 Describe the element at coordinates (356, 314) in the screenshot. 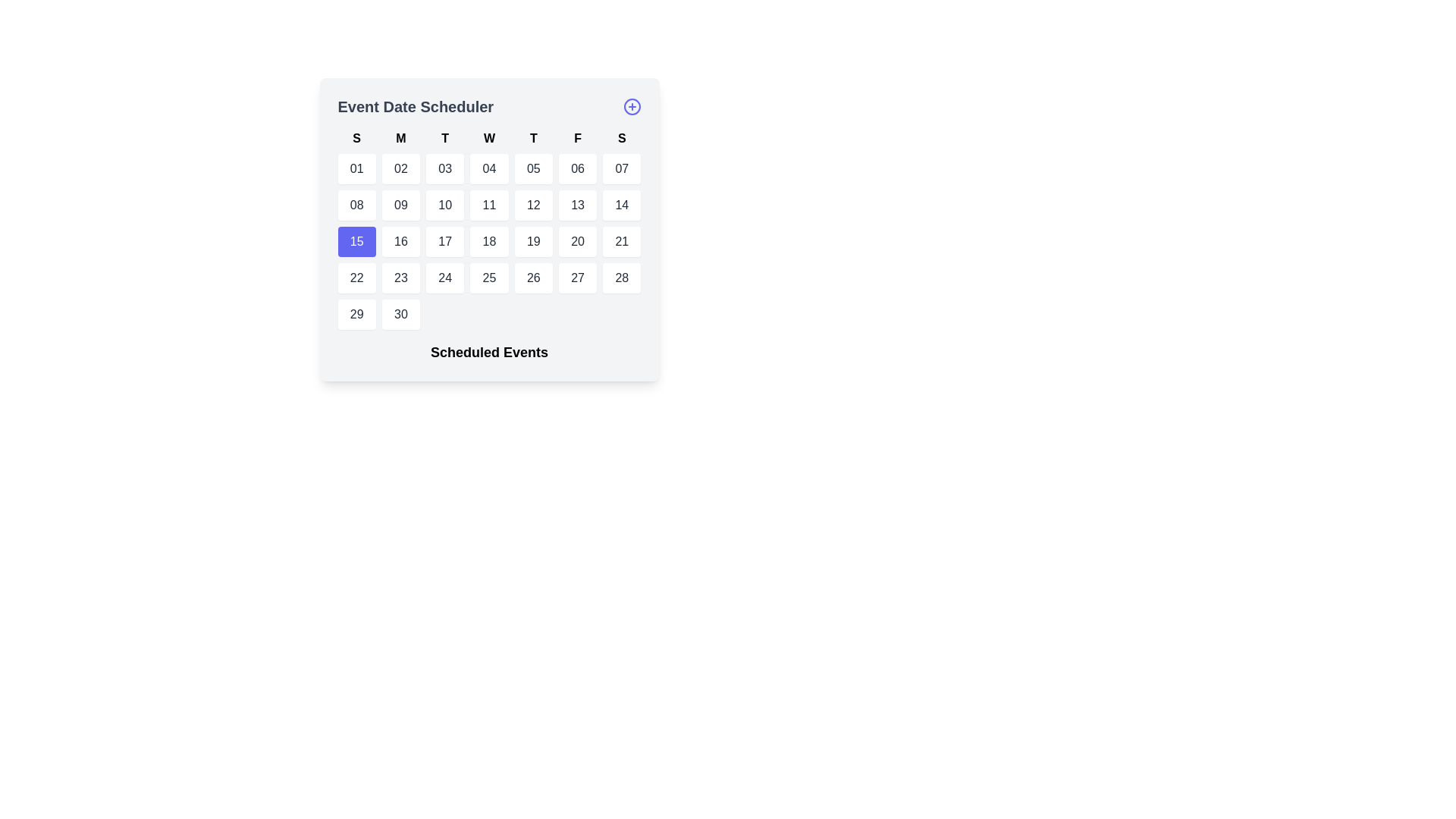

I see `the button representing the 29th day of the month in the bottom-left corner of the fifth row and first column of the calendar interface` at that location.